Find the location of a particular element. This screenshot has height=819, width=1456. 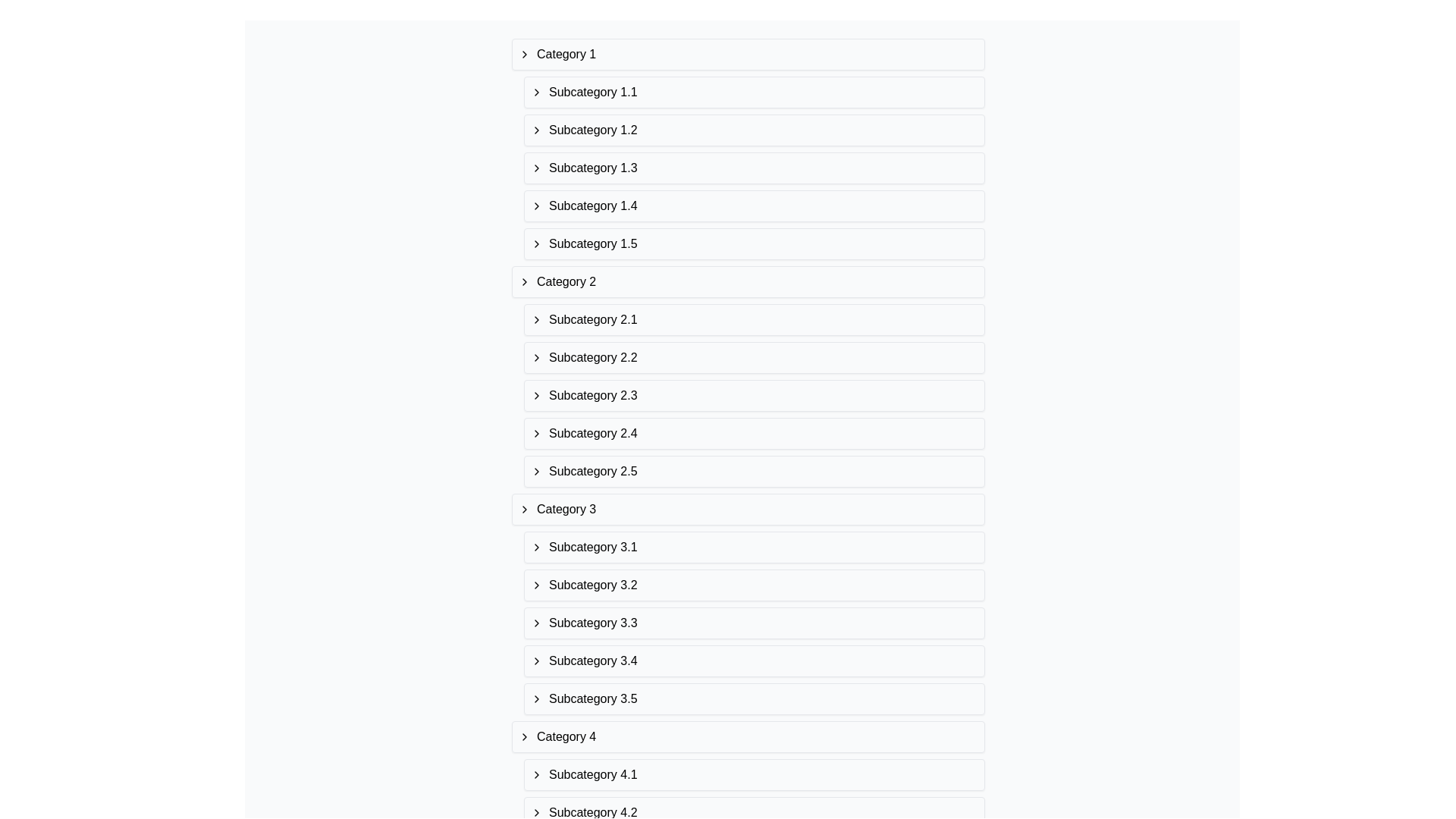

the expand icon located to the left of the text label 'Category 4' is located at coordinates (524, 736).